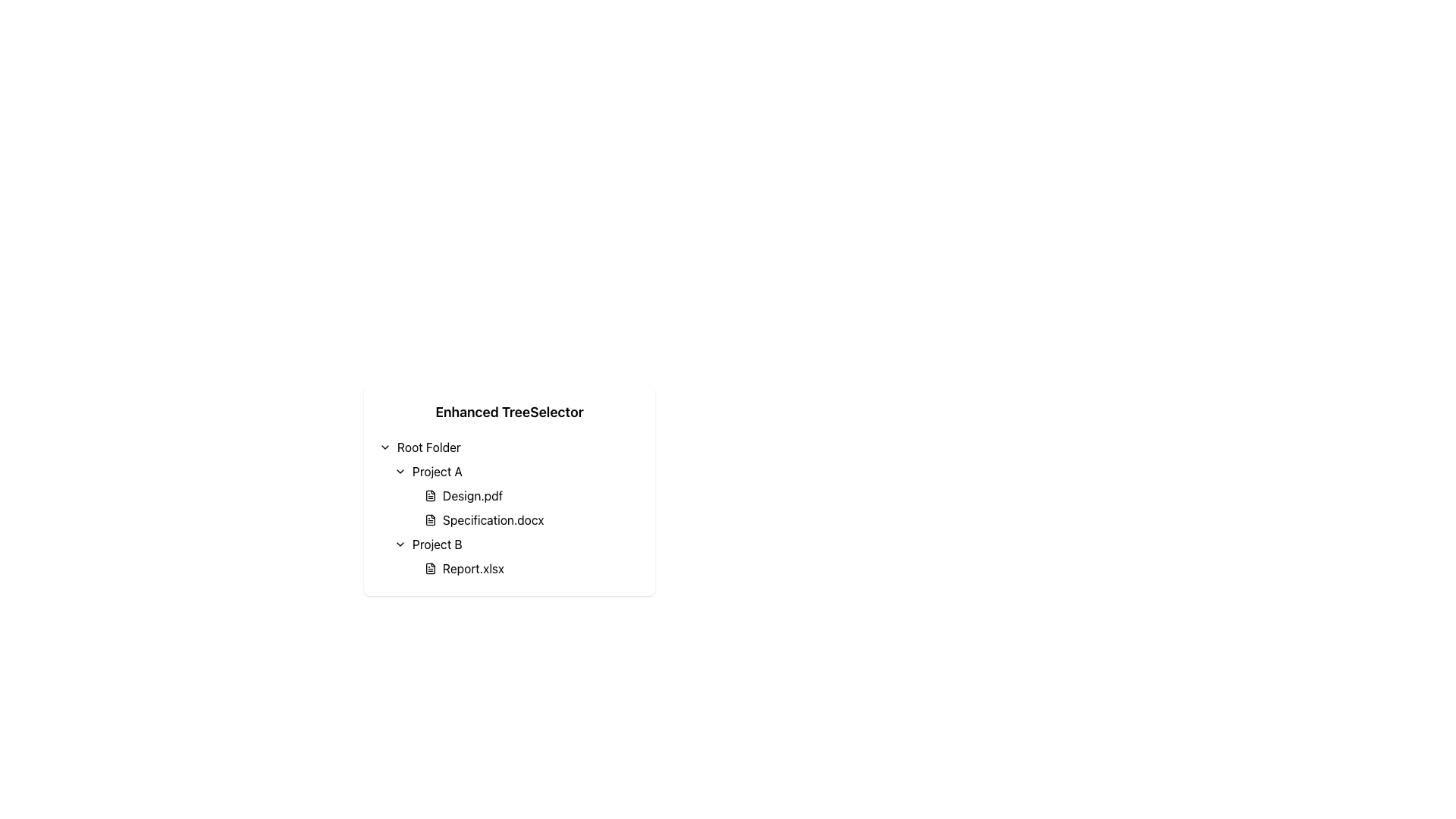 This screenshot has width=1456, height=819. Describe the element at coordinates (510, 447) in the screenshot. I see `the Treeview Node representing the root of the file tree system` at that location.